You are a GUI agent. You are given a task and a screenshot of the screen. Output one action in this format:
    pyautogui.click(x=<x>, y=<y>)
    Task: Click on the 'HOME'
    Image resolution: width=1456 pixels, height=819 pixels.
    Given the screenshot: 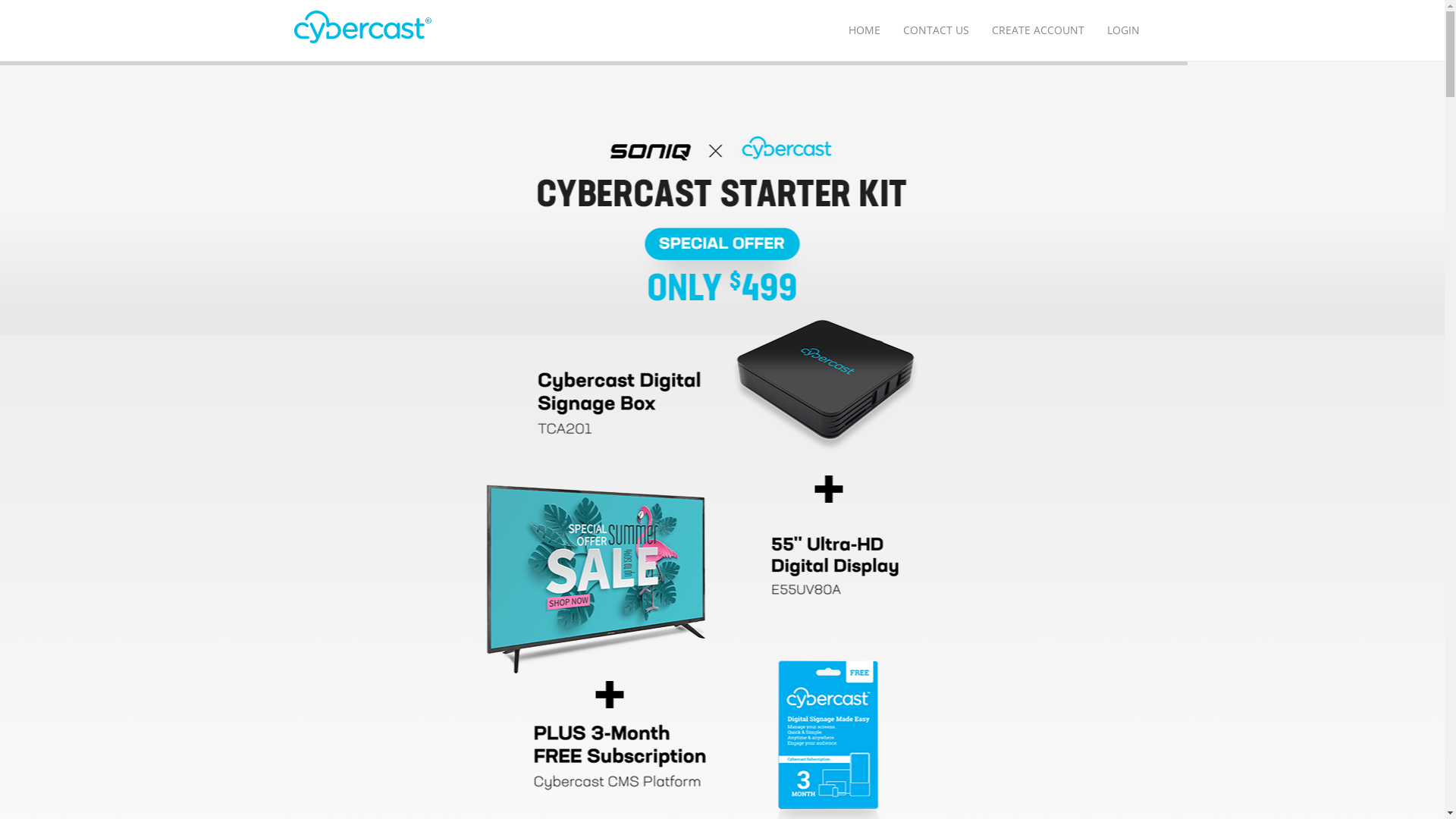 What is the action you would take?
    pyautogui.click(x=864, y=30)
    